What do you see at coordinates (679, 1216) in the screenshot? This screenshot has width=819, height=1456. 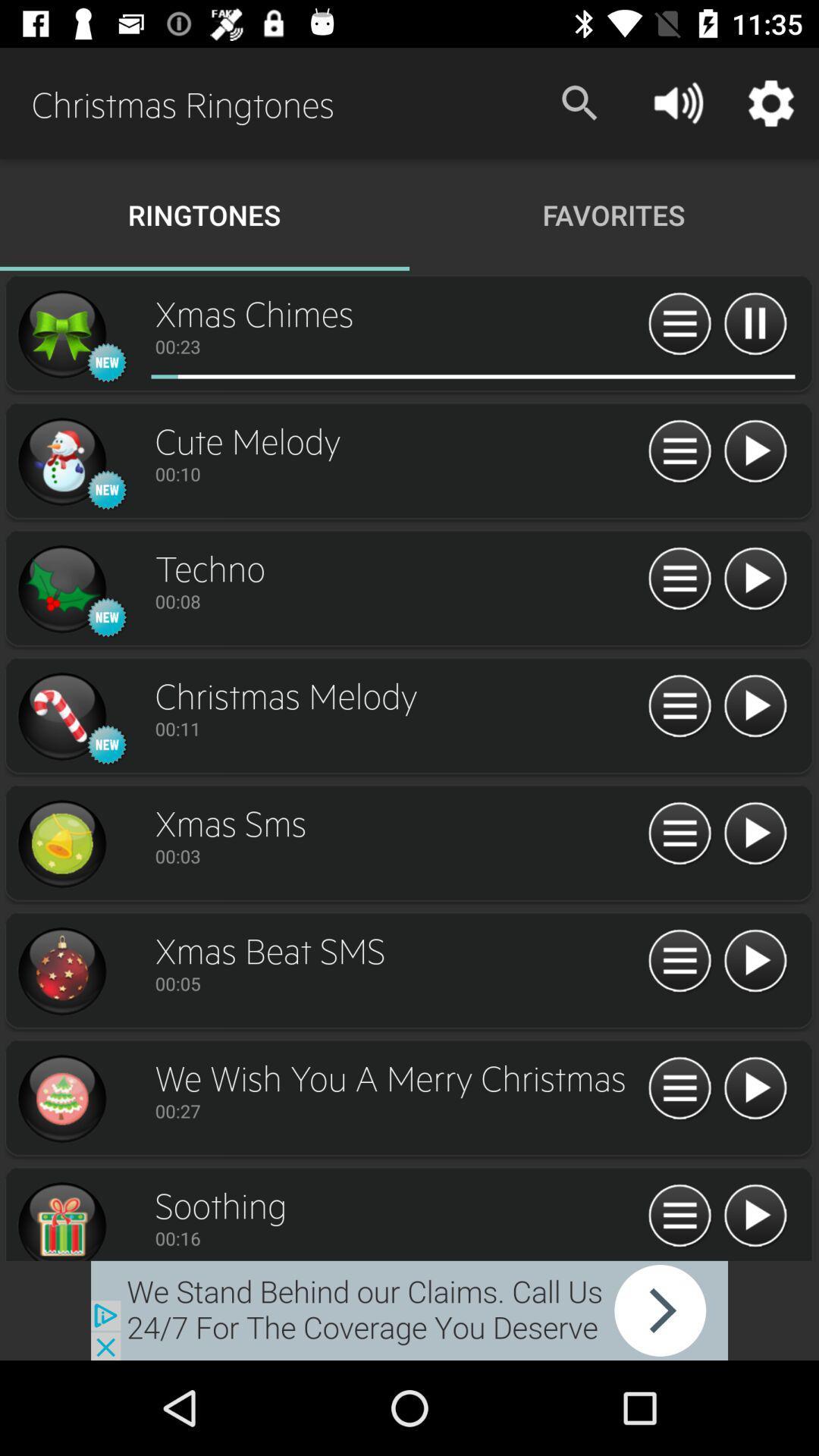 I see `shooting setting` at bounding box center [679, 1216].